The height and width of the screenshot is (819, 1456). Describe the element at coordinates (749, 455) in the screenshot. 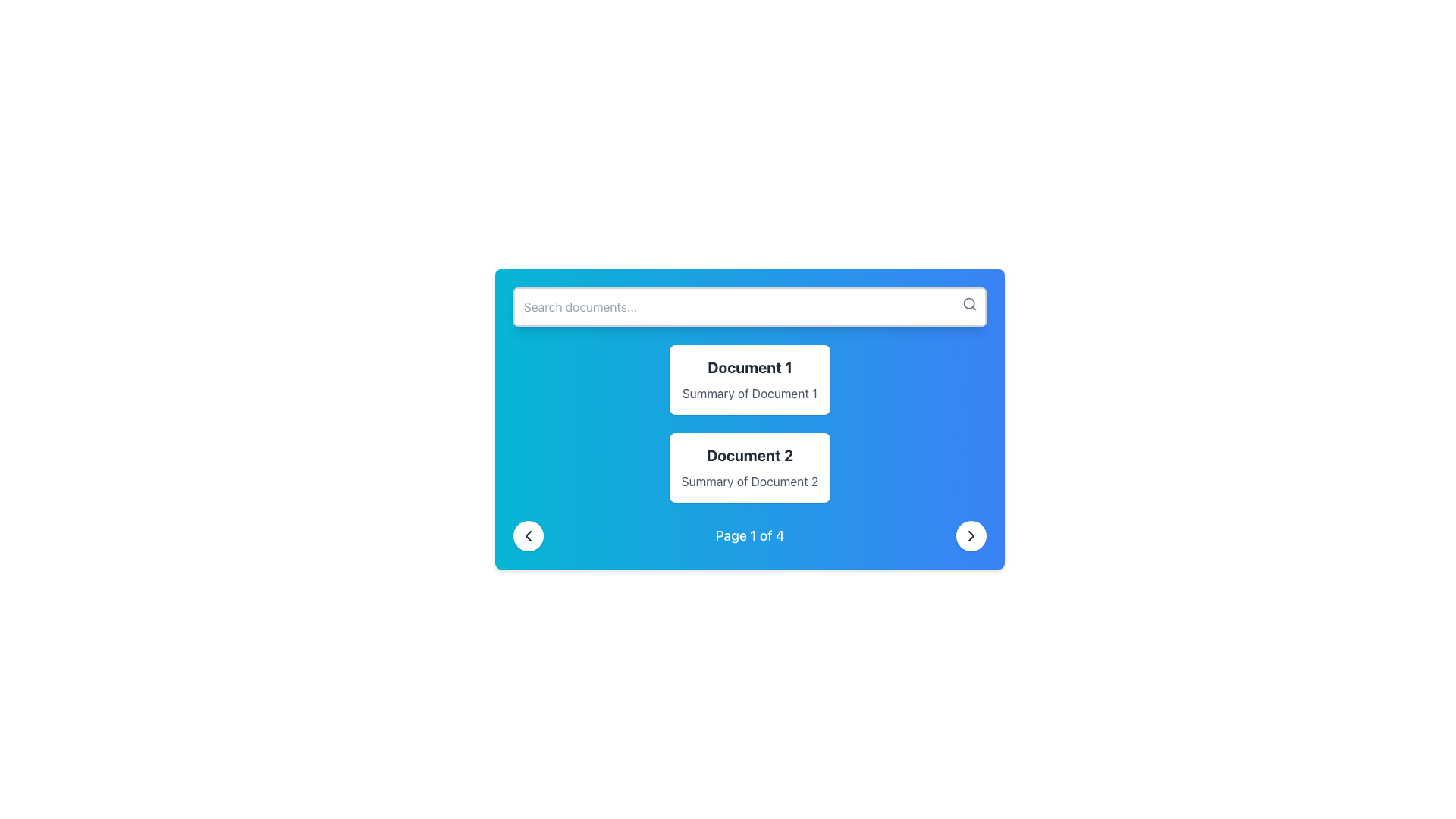

I see `the text label that serves as the title of a document representation, located within a card structure above the descriptive text 'Summary of Document 2'` at that location.